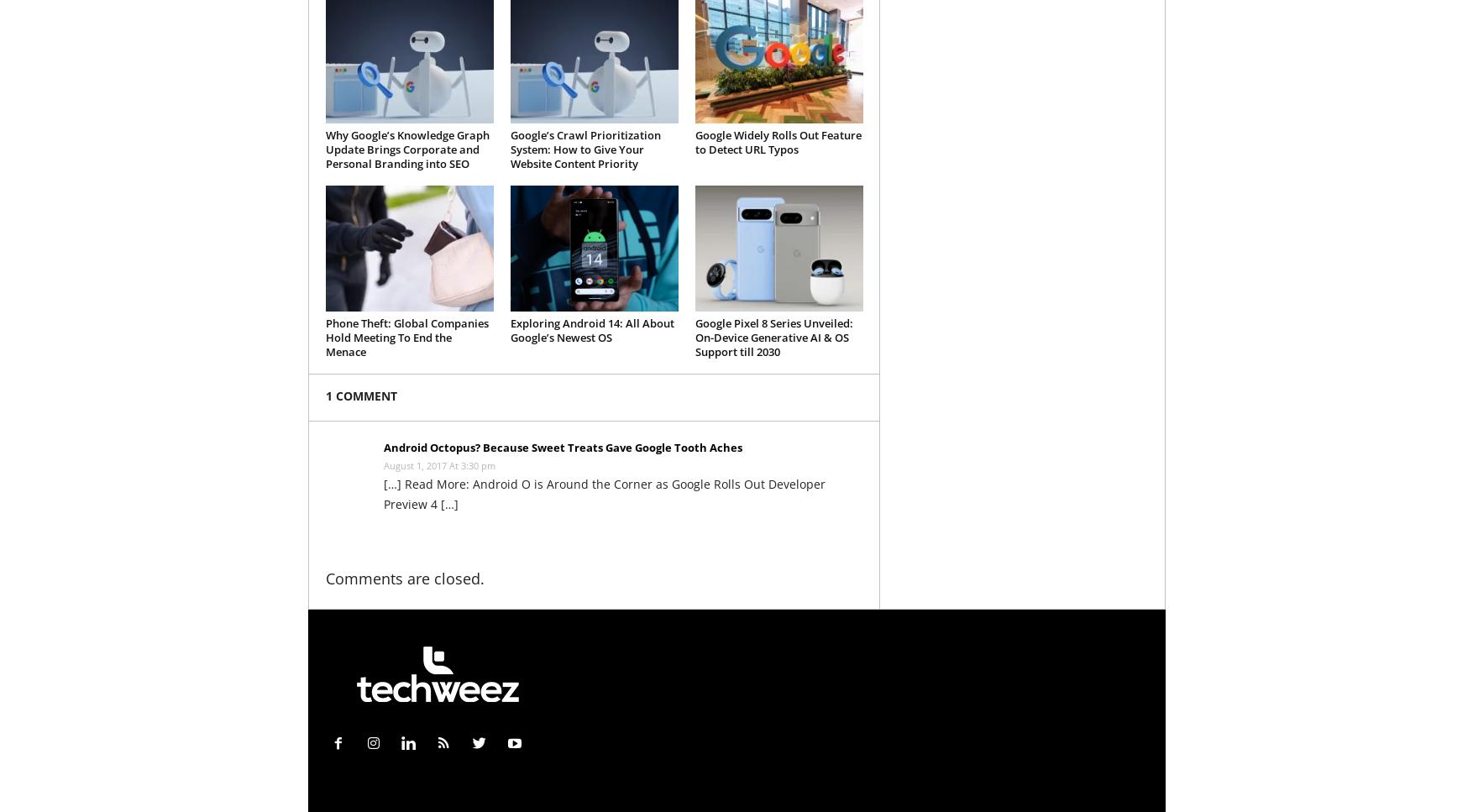 Image resolution: width=1473 pixels, height=812 pixels. What do you see at coordinates (603, 493) in the screenshot?
I see `'[…] Read More: Android O is Around the Corner as Google Rolls Out Developer Preview 4 […]'` at bounding box center [603, 493].